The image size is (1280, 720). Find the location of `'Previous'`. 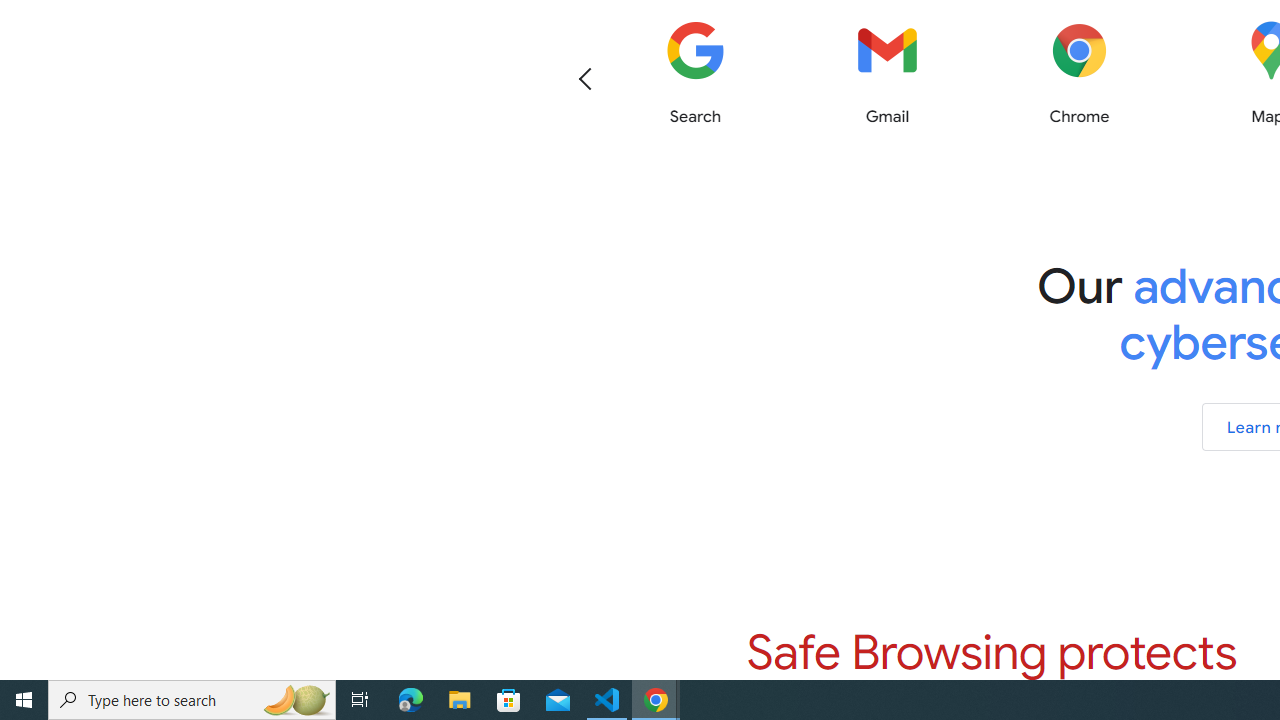

'Previous' is located at coordinates (584, 77).